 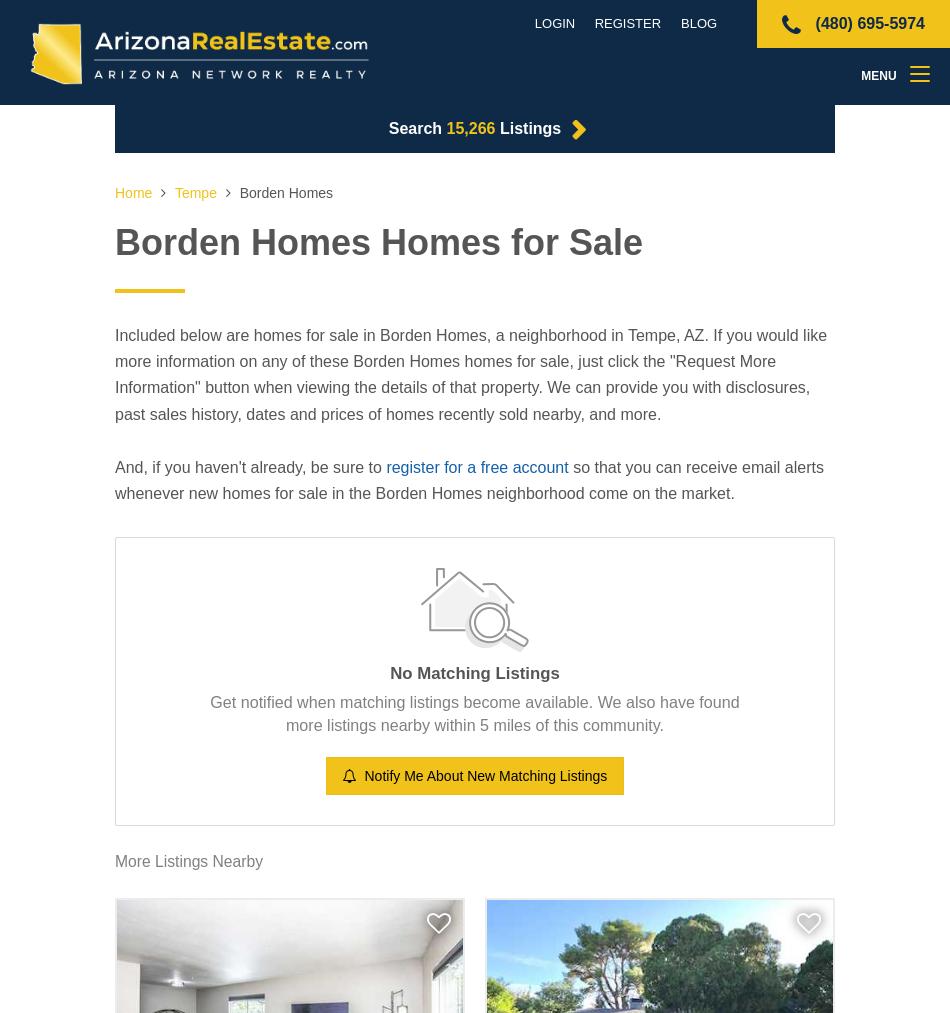 What do you see at coordinates (282, 192) in the screenshot?
I see `'Borden Homes'` at bounding box center [282, 192].